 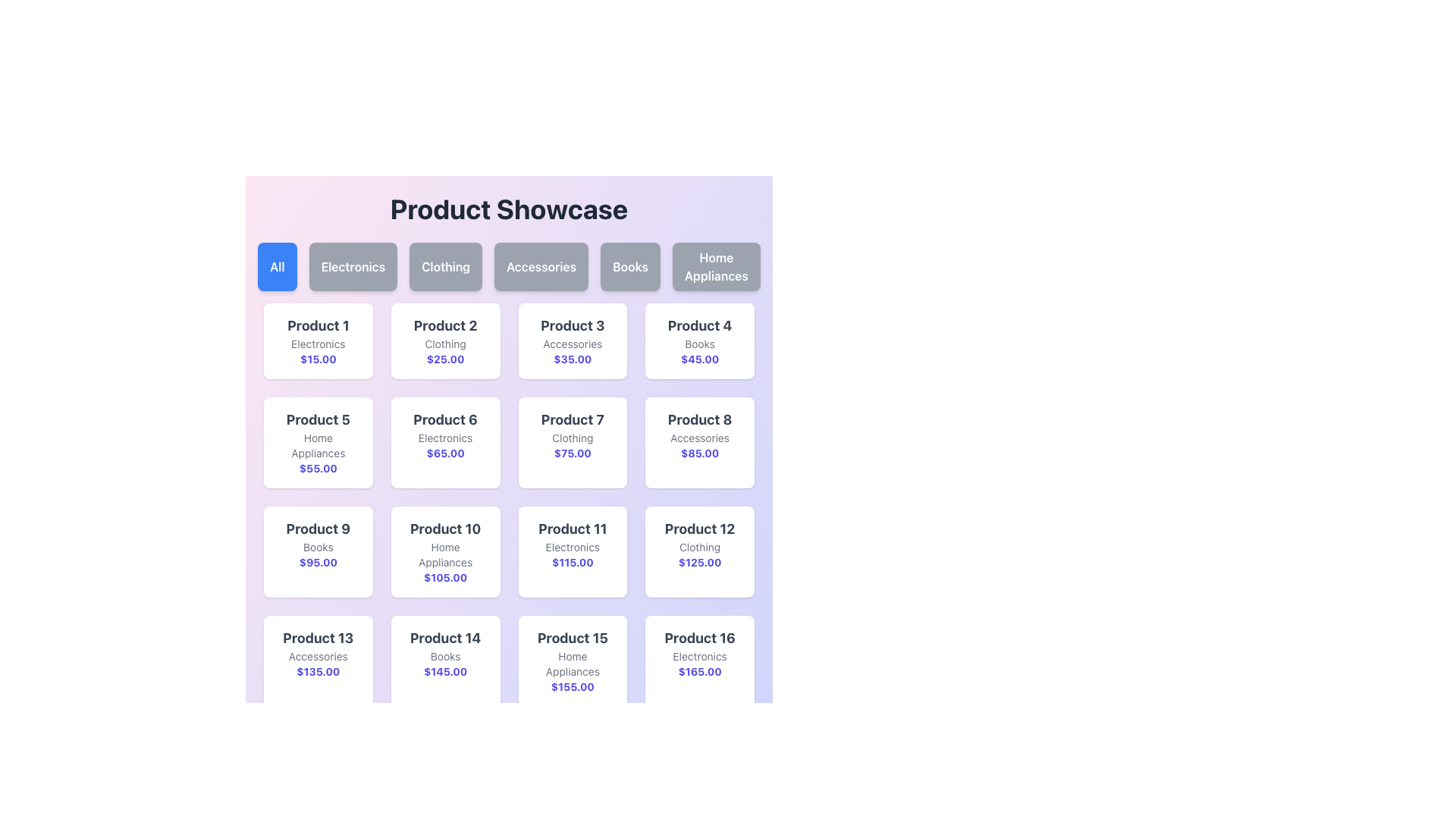 I want to click on the static text label that states 'Electronics', which is positioned below 'Product 1' and above the price '$15.00' in the Product 1 card, so click(x=317, y=344).